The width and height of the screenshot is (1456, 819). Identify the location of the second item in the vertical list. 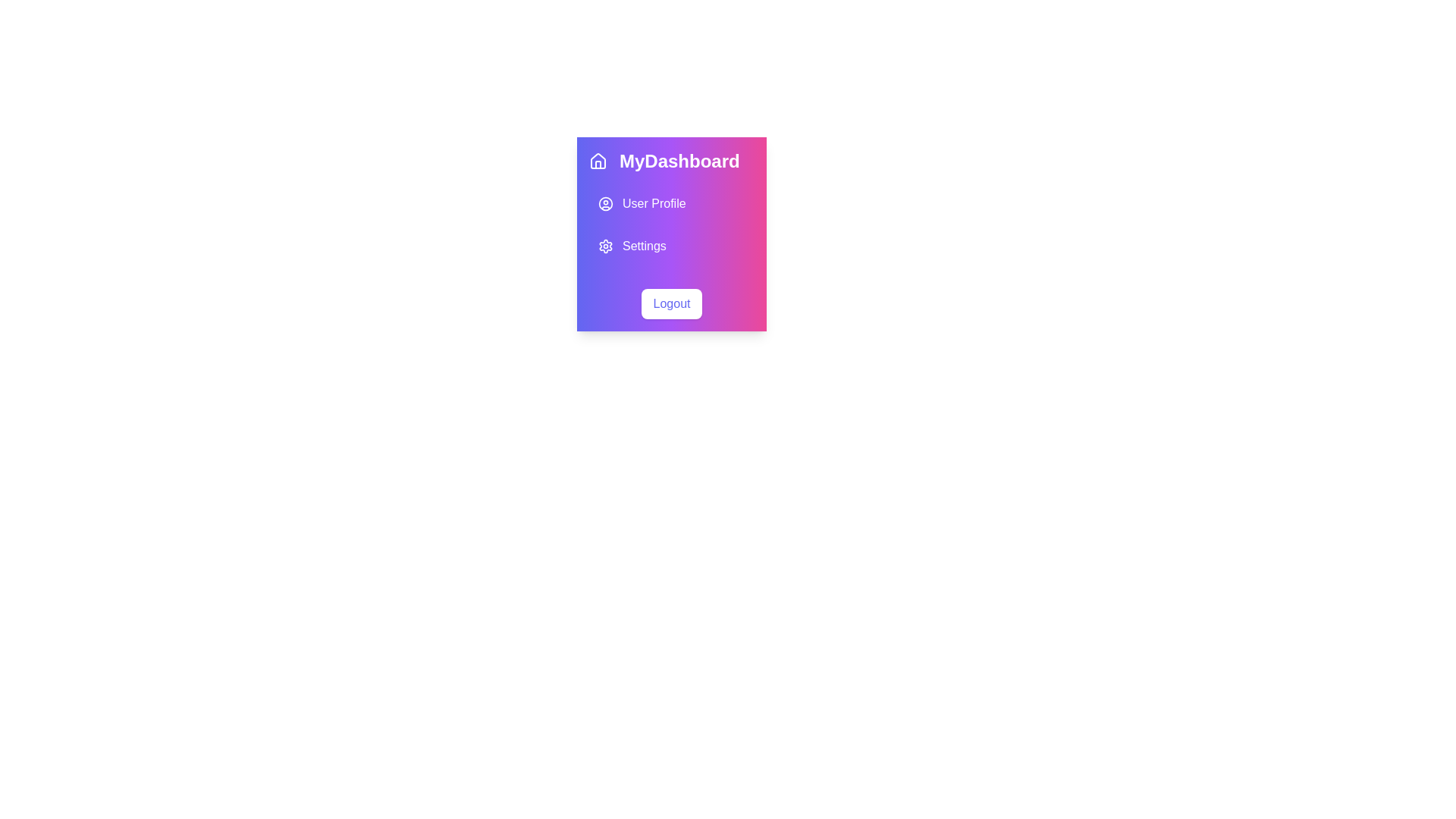
(671, 245).